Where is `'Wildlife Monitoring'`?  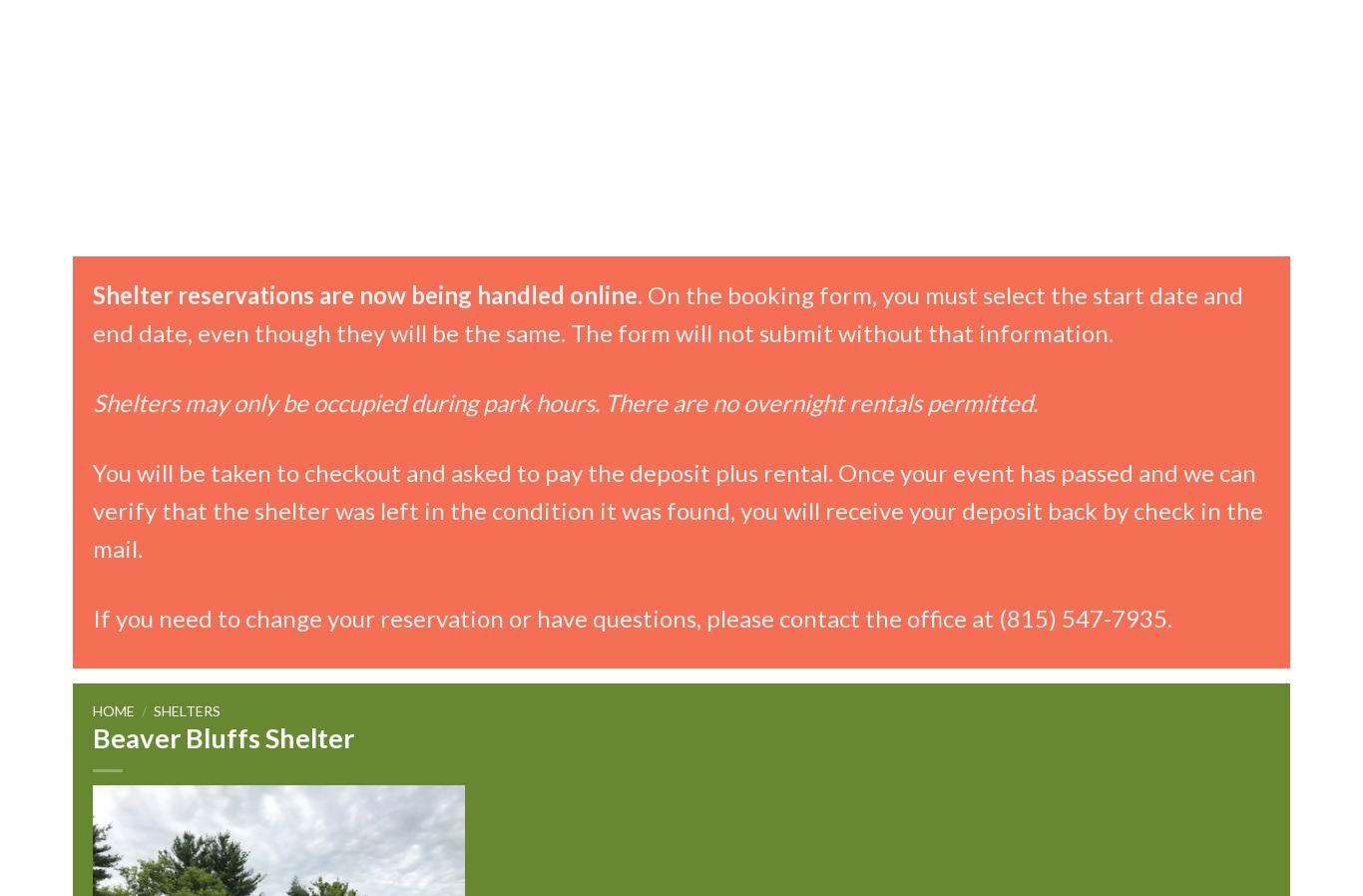
'Wildlife Monitoring' is located at coordinates (464, 385).